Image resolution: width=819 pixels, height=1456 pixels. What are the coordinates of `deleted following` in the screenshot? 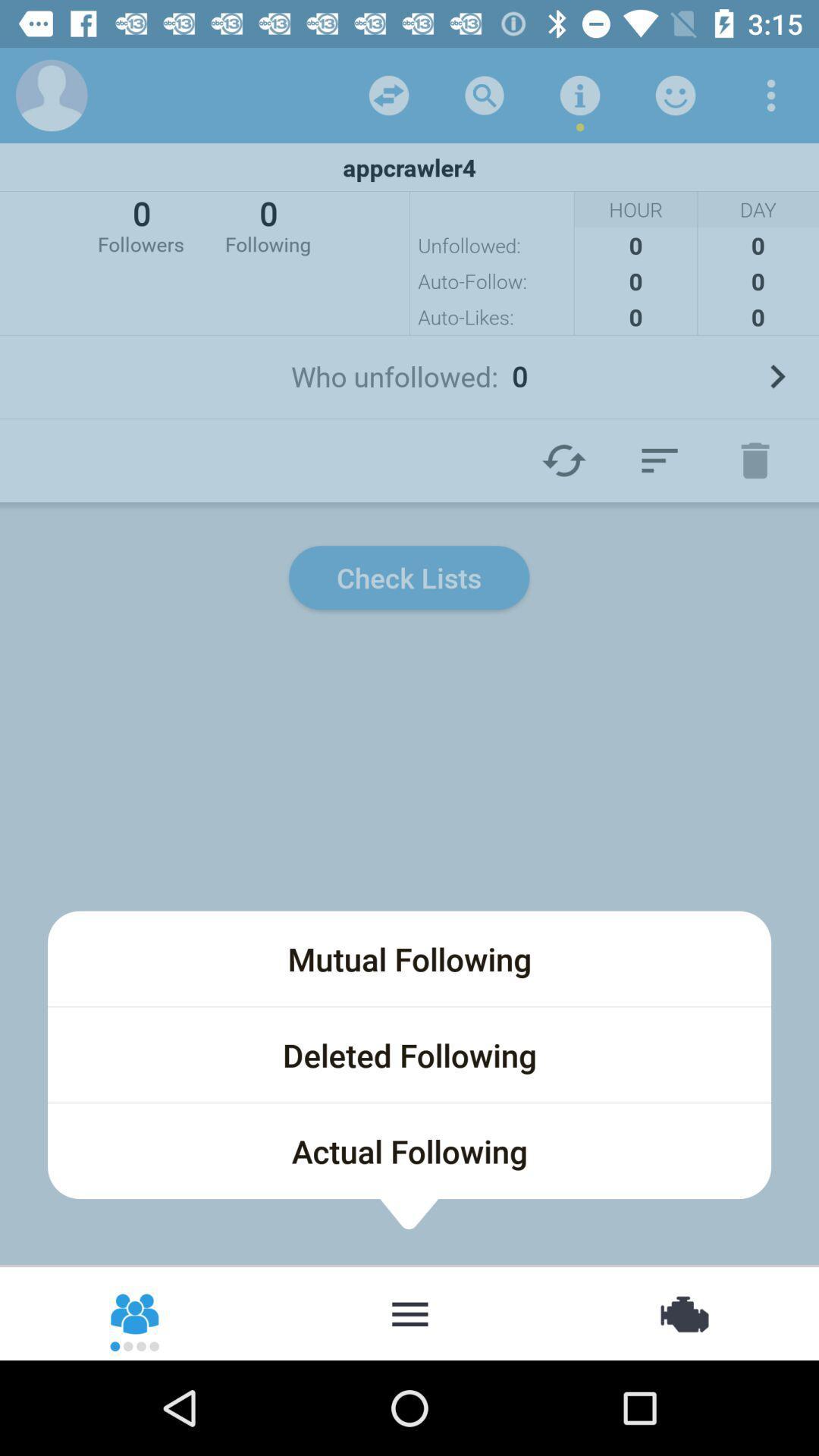 It's located at (409, 1054).